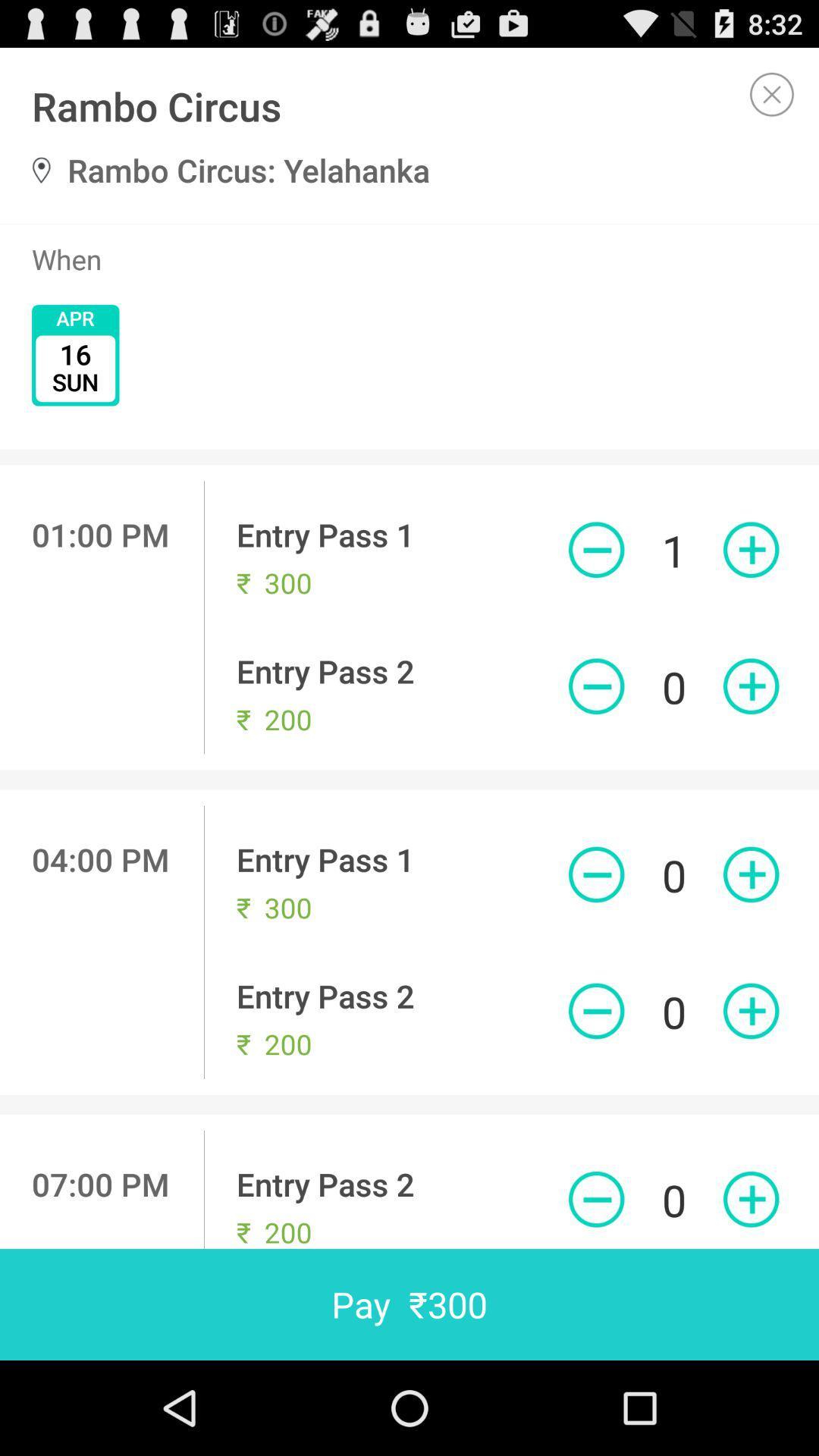 The image size is (819, 1456). What do you see at coordinates (595, 1011) in the screenshot?
I see `decrease` at bounding box center [595, 1011].